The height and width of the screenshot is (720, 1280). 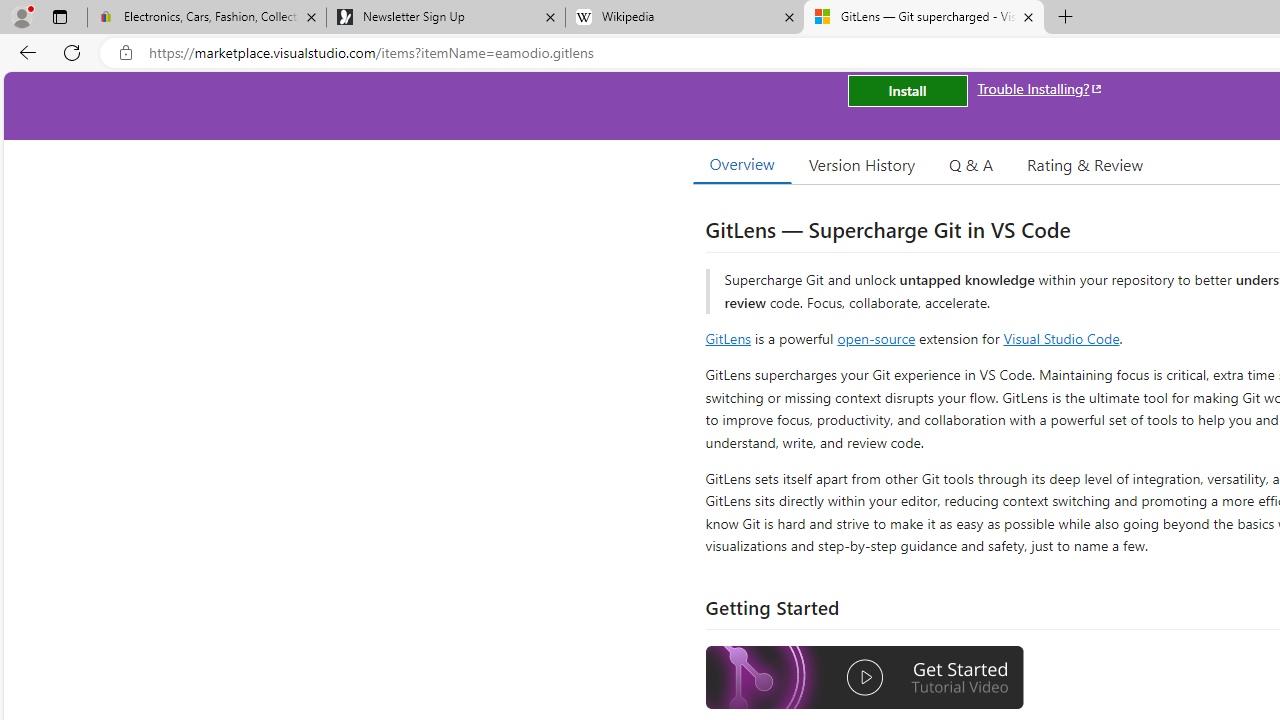 What do you see at coordinates (741, 163) in the screenshot?
I see `'Overview'` at bounding box center [741, 163].